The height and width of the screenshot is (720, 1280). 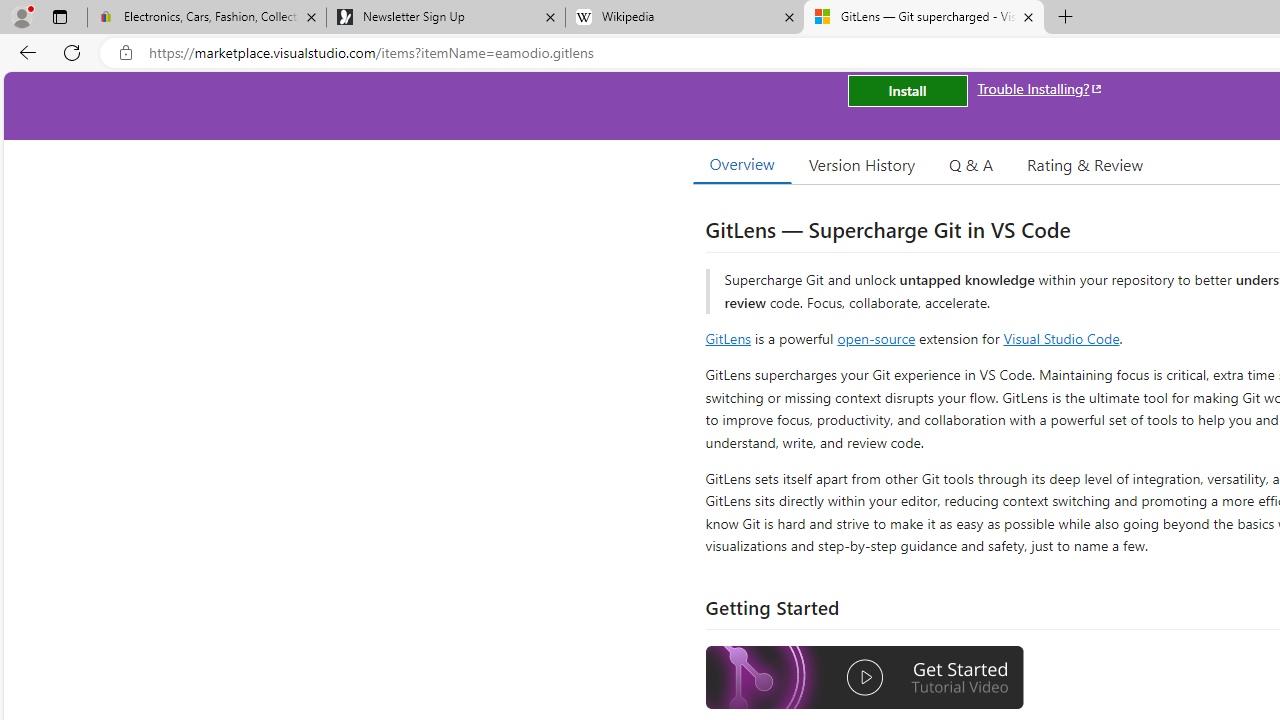 What do you see at coordinates (741, 163) in the screenshot?
I see `'Overview'` at bounding box center [741, 163].